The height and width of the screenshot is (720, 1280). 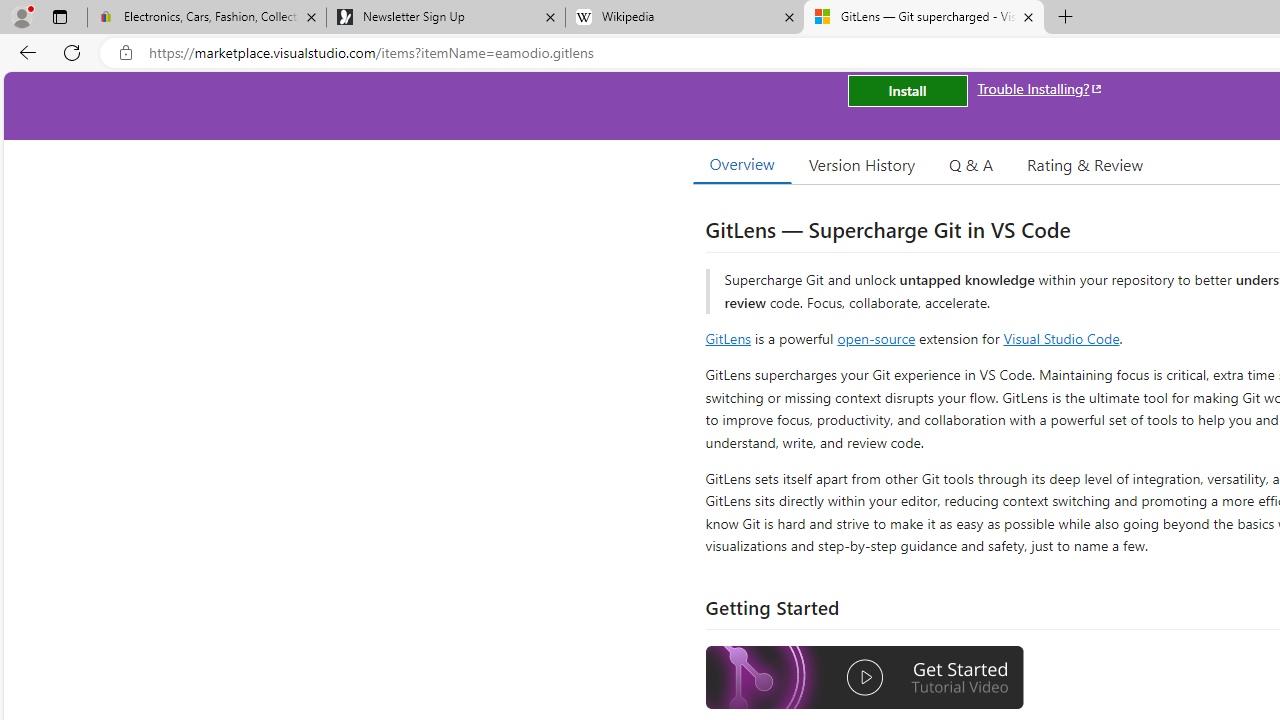 What do you see at coordinates (741, 163) in the screenshot?
I see `'Overview'` at bounding box center [741, 163].